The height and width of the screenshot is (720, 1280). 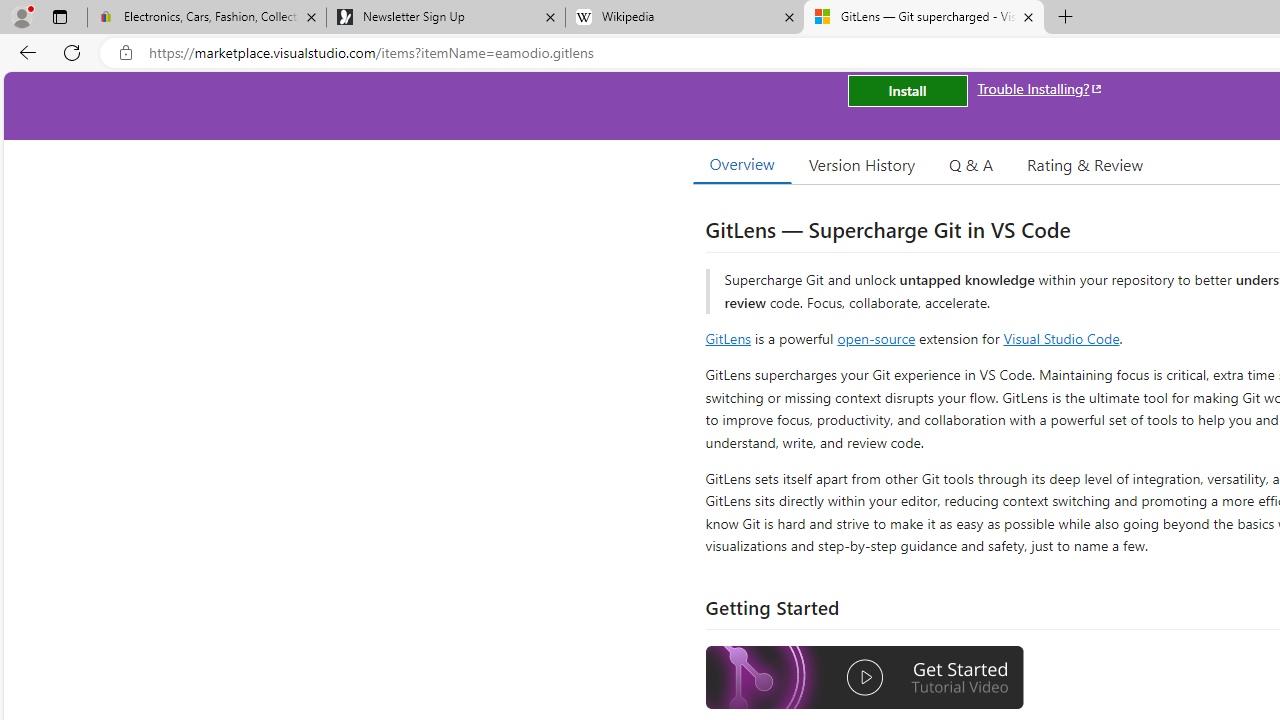 What do you see at coordinates (741, 163) in the screenshot?
I see `'Overview'` at bounding box center [741, 163].